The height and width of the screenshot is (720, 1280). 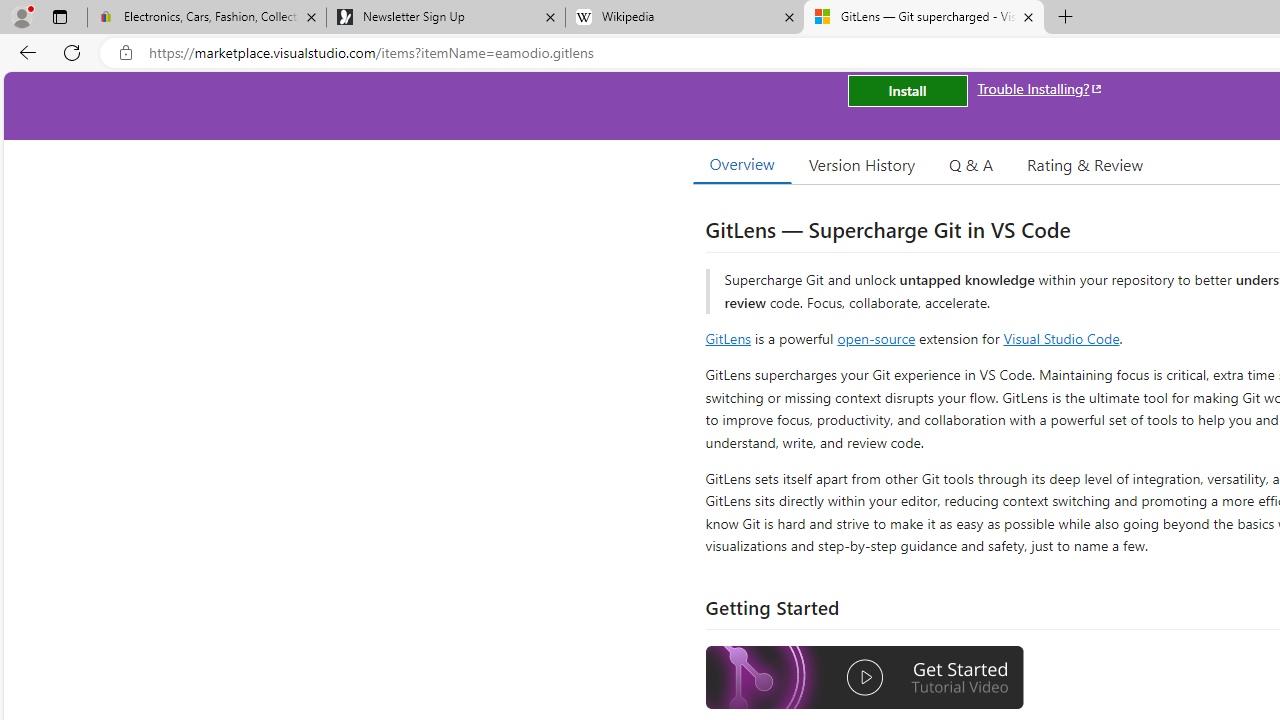 What do you see at coordinates (741, 163) in the screenshot?
I see `'Overview'` at bounding box center [741, 163].